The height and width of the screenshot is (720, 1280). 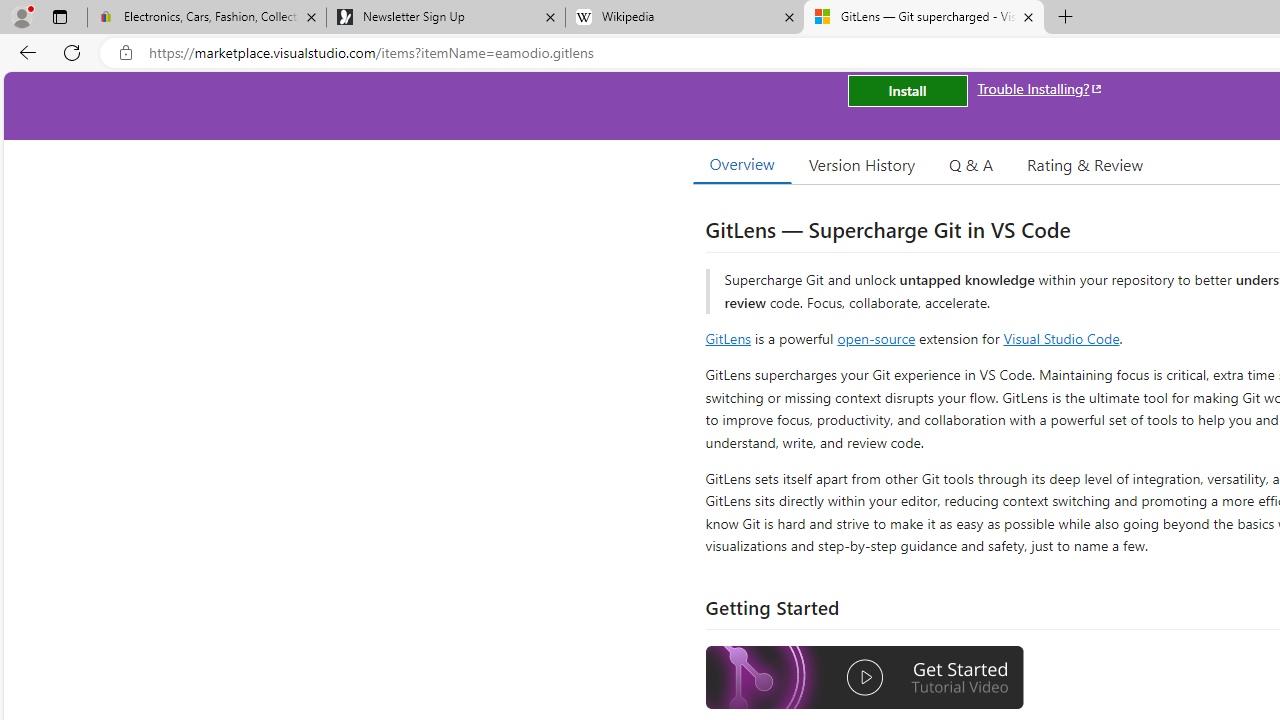 What do you see at coordinates (741, 163) in the screenshot?
I see `'Overview'` at bounding box center [741, 163].